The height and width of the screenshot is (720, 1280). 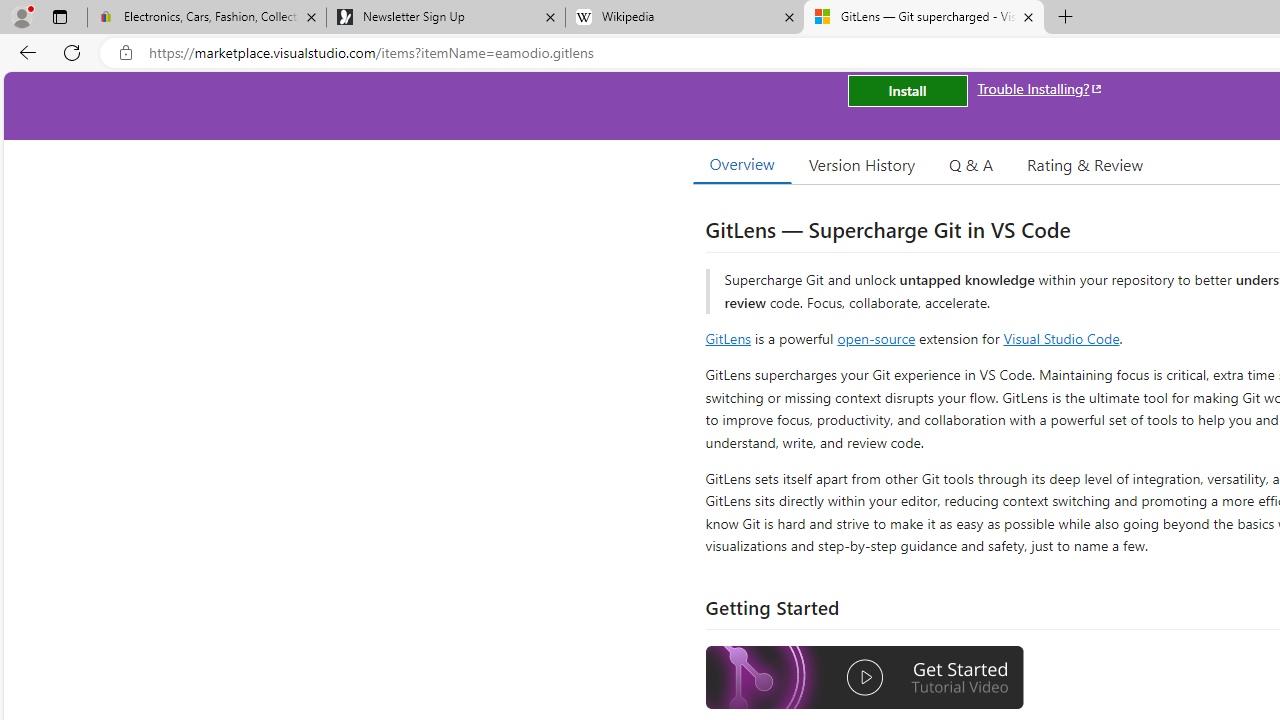 What do you see at coordinates (741, 163) in the screenshot?
I see `'Overview'` at bounding box center [741, 163].